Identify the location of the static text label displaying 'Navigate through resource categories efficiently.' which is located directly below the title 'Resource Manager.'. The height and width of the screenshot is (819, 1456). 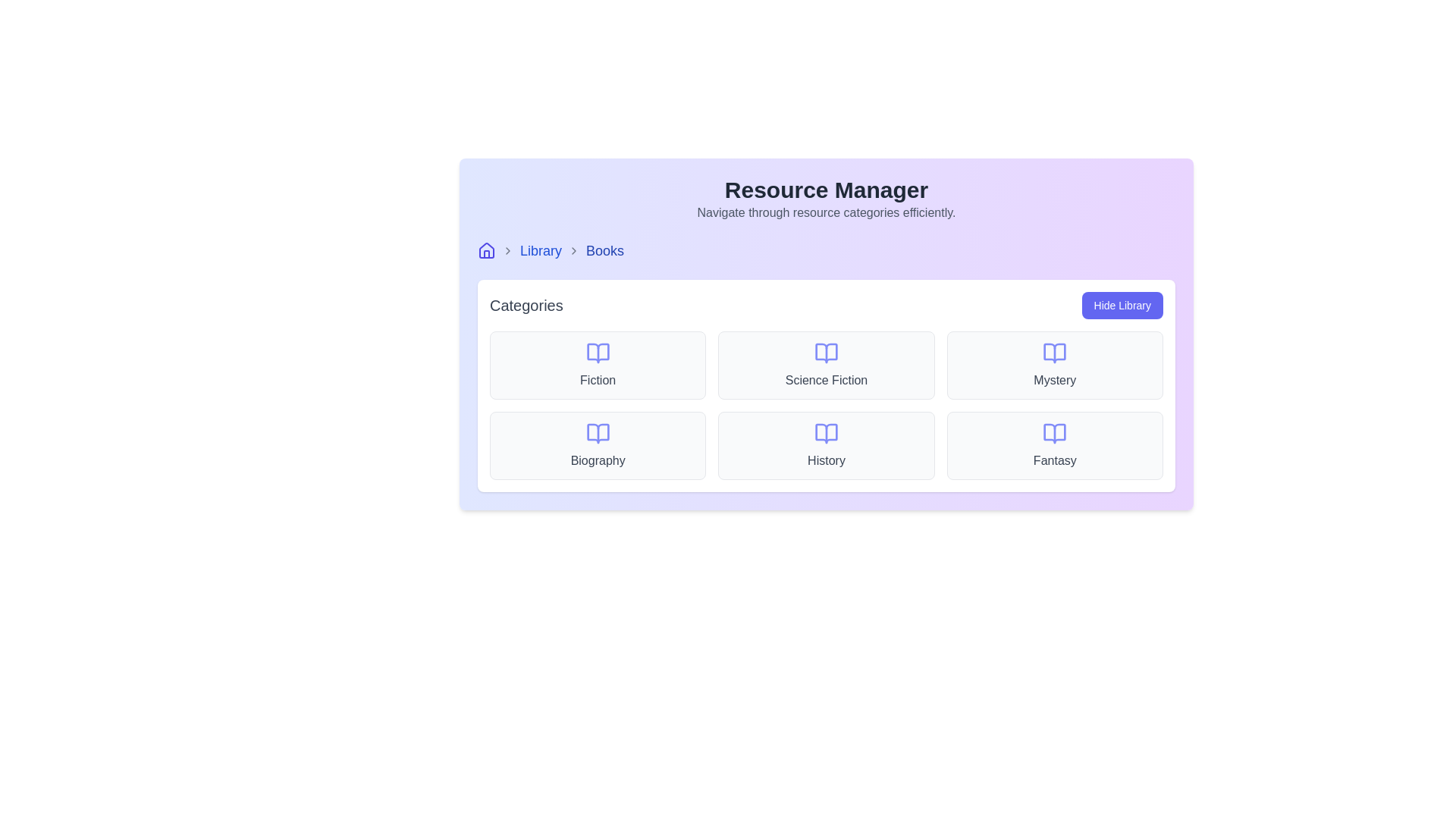
(825, 213).